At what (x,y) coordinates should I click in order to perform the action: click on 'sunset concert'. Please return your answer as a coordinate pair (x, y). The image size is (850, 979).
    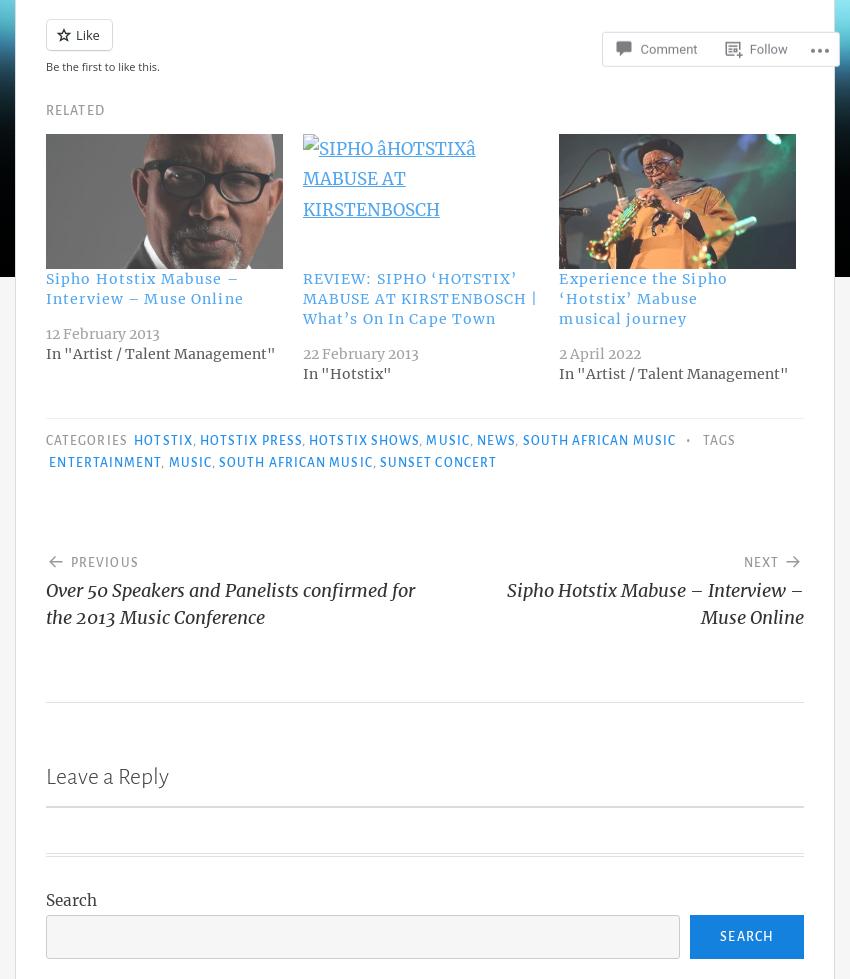
    Looking at the image, I should click on (437, 462).